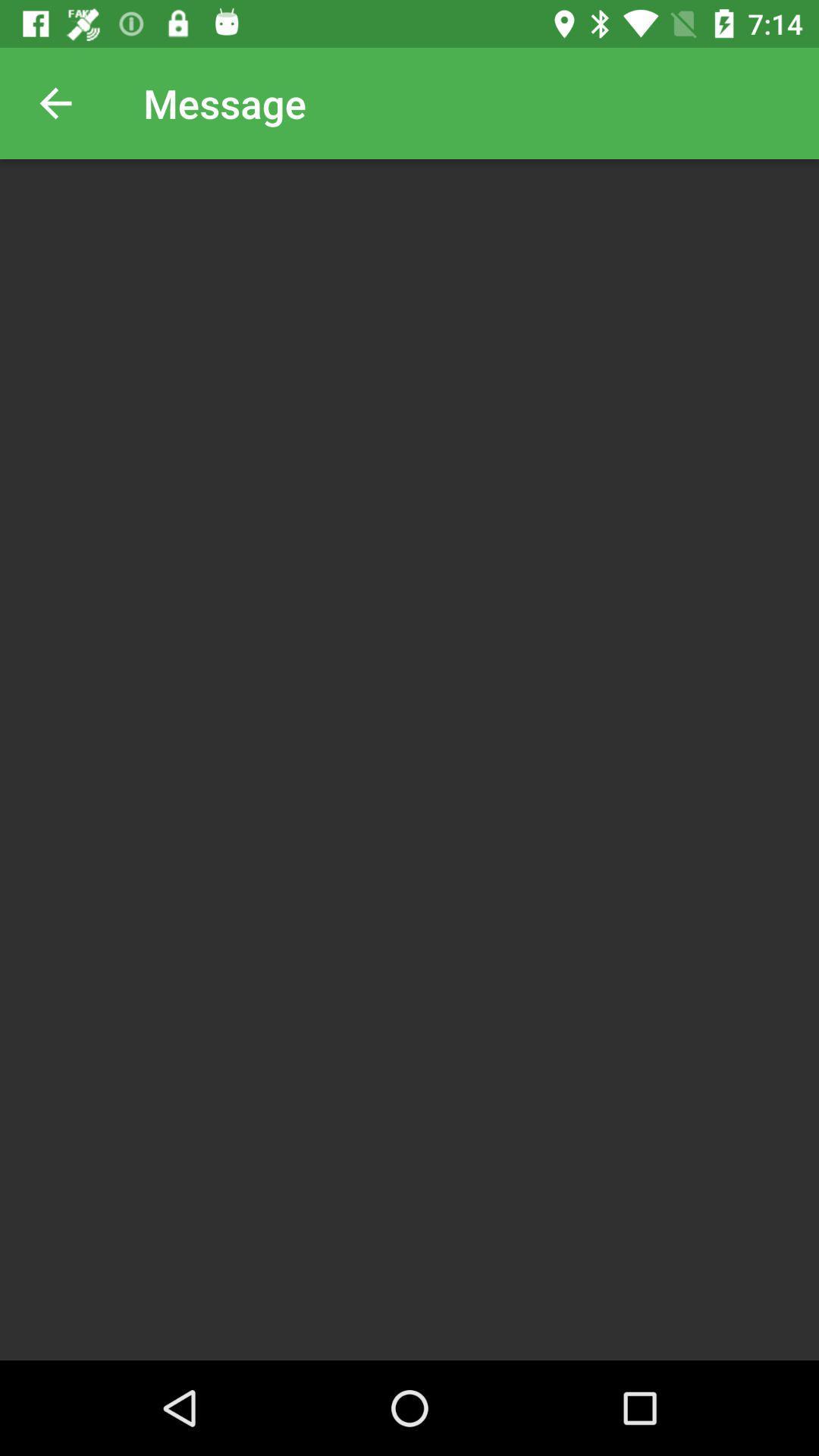 The height and width of the screenshot is (1456, 819). What do you see at coordinates (55, 102) in the screenshot?
I see `icon next to the message item` at bounding box center [55, 102].